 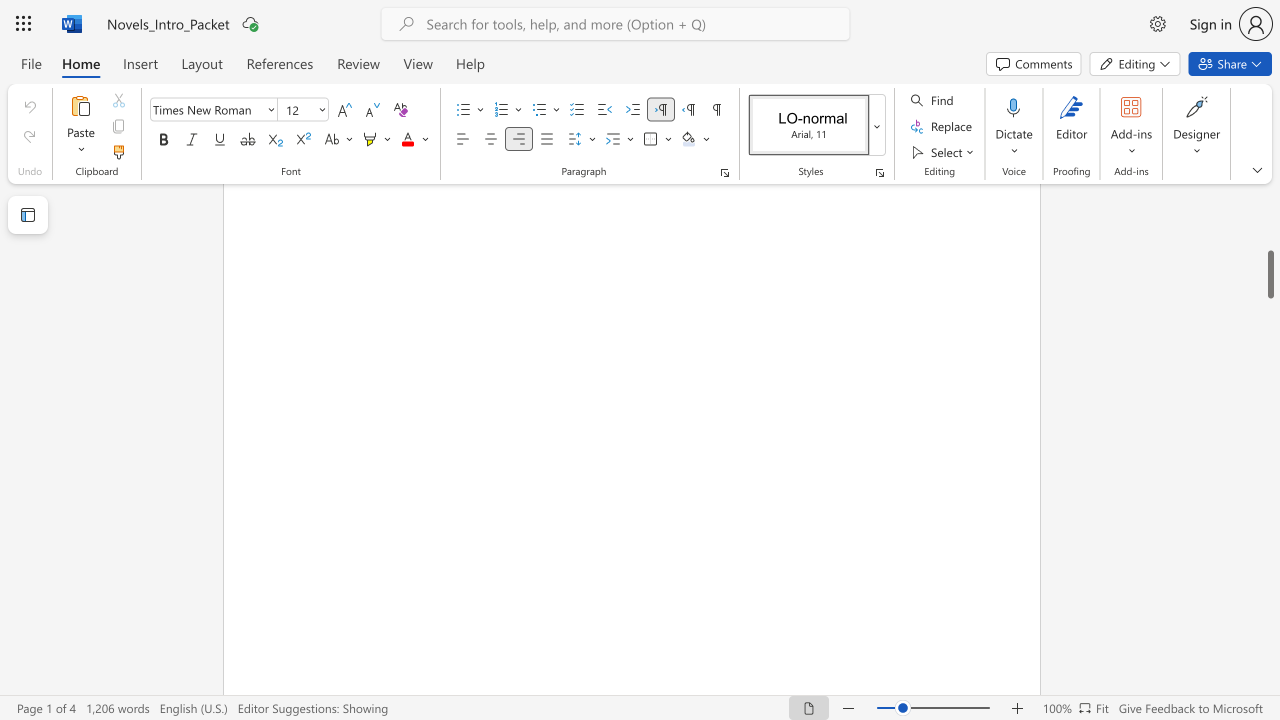 I want to click on the scrollbar and move up 230 pixels, so click(x=1269, y=274).